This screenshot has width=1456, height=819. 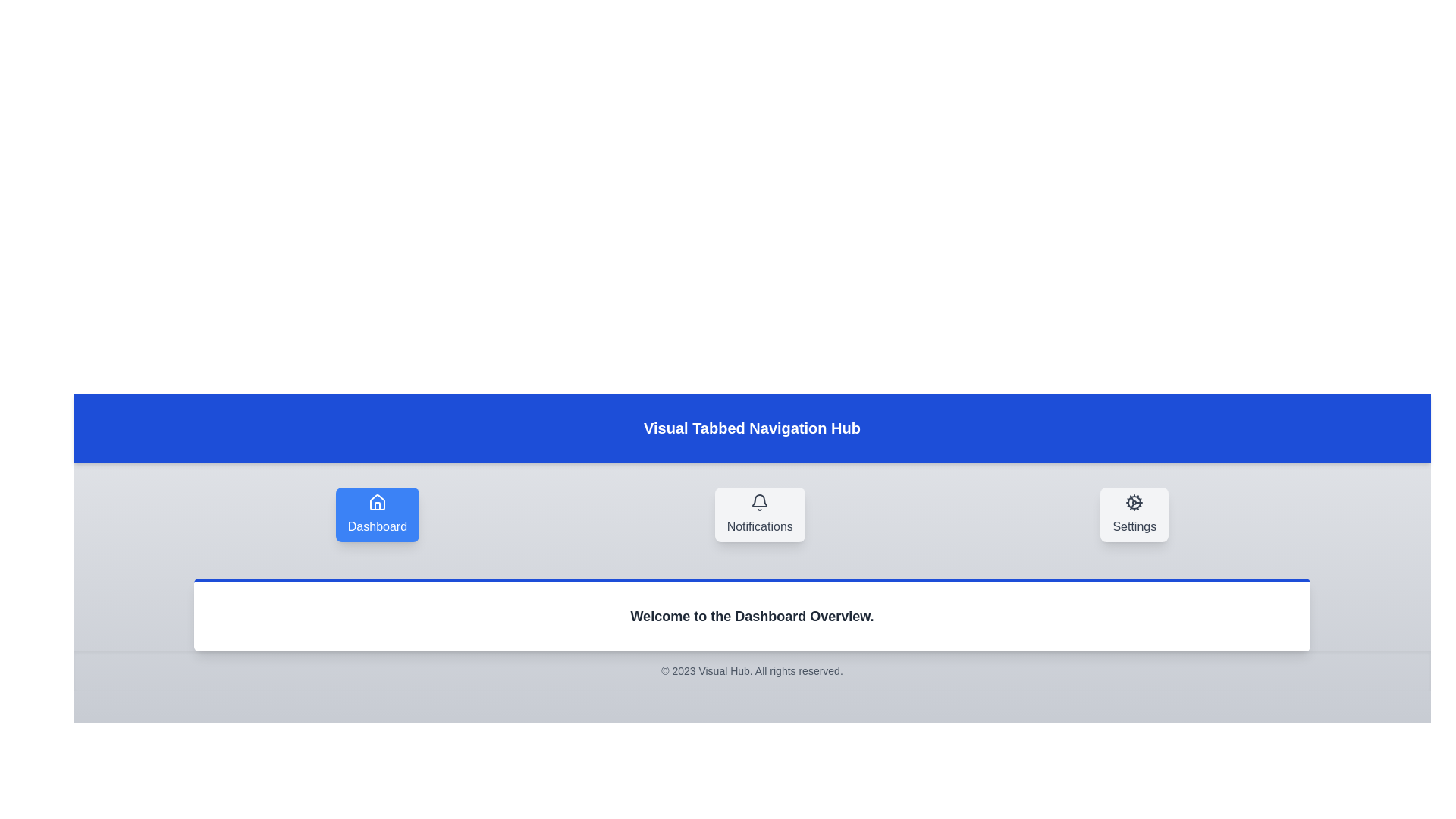 I want to click on the text label displaying 'Settings', which is styled in gray and positioned below a cogwheel icon, indicating a configuration feature, so click(x=1134, y=526).